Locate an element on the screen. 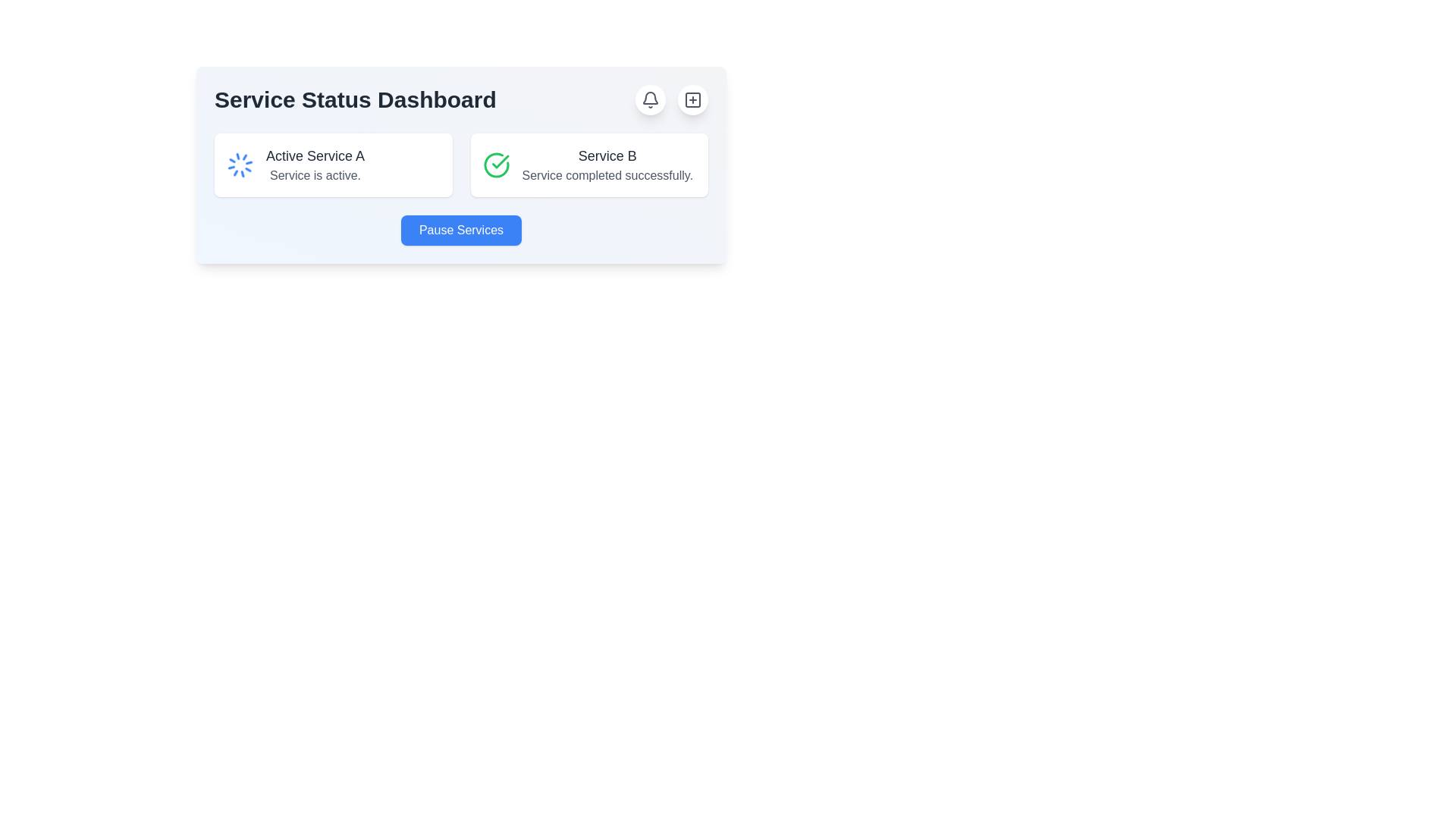 This screenshot has width=1456, height=819. the button in the top-right corner of the dashboard, which features a square icon with a cross or plus sign is located at coordinates (692, 99).